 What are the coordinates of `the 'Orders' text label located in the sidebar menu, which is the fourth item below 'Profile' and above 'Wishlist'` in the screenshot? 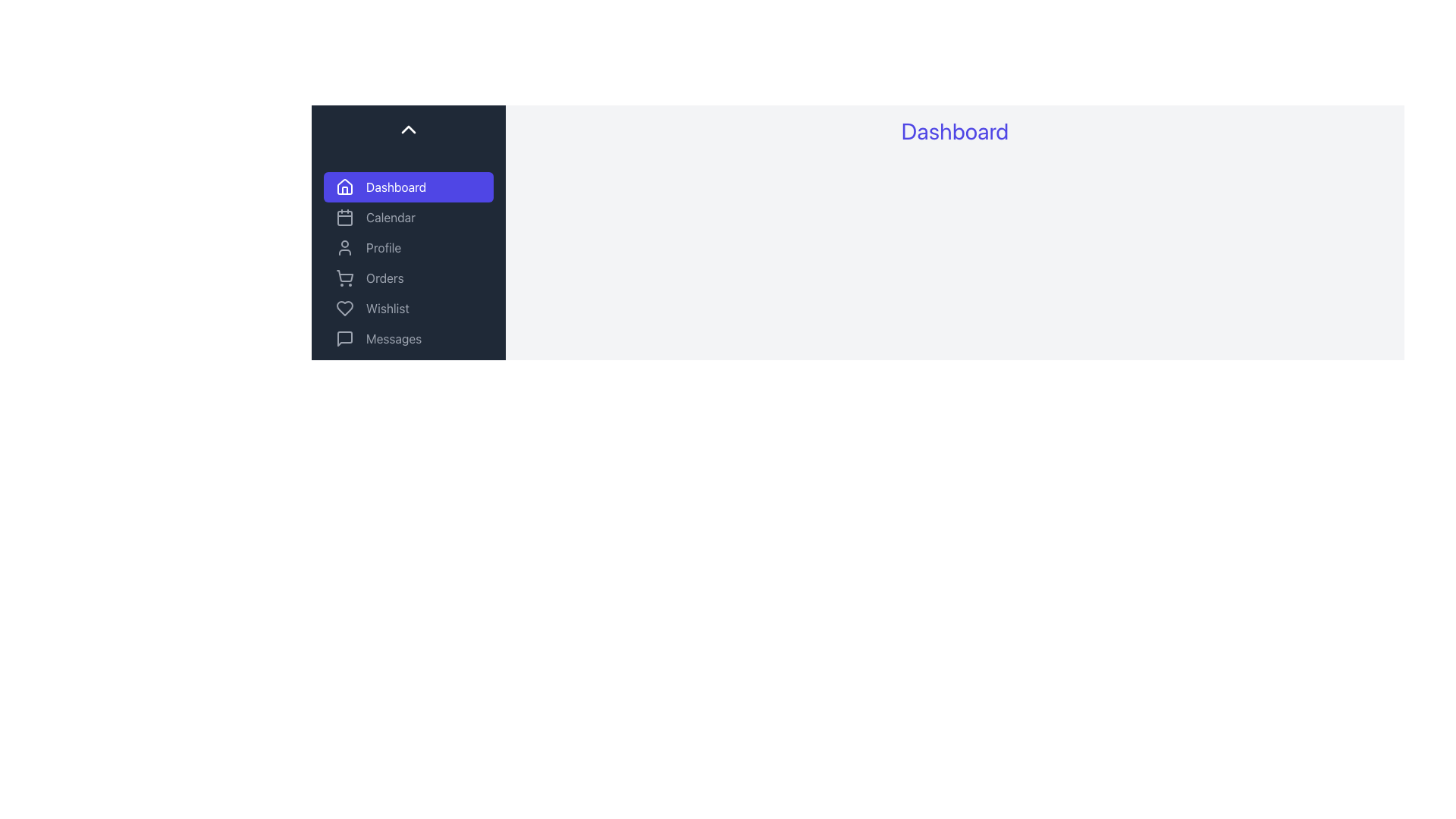 It's located at (384, 278).